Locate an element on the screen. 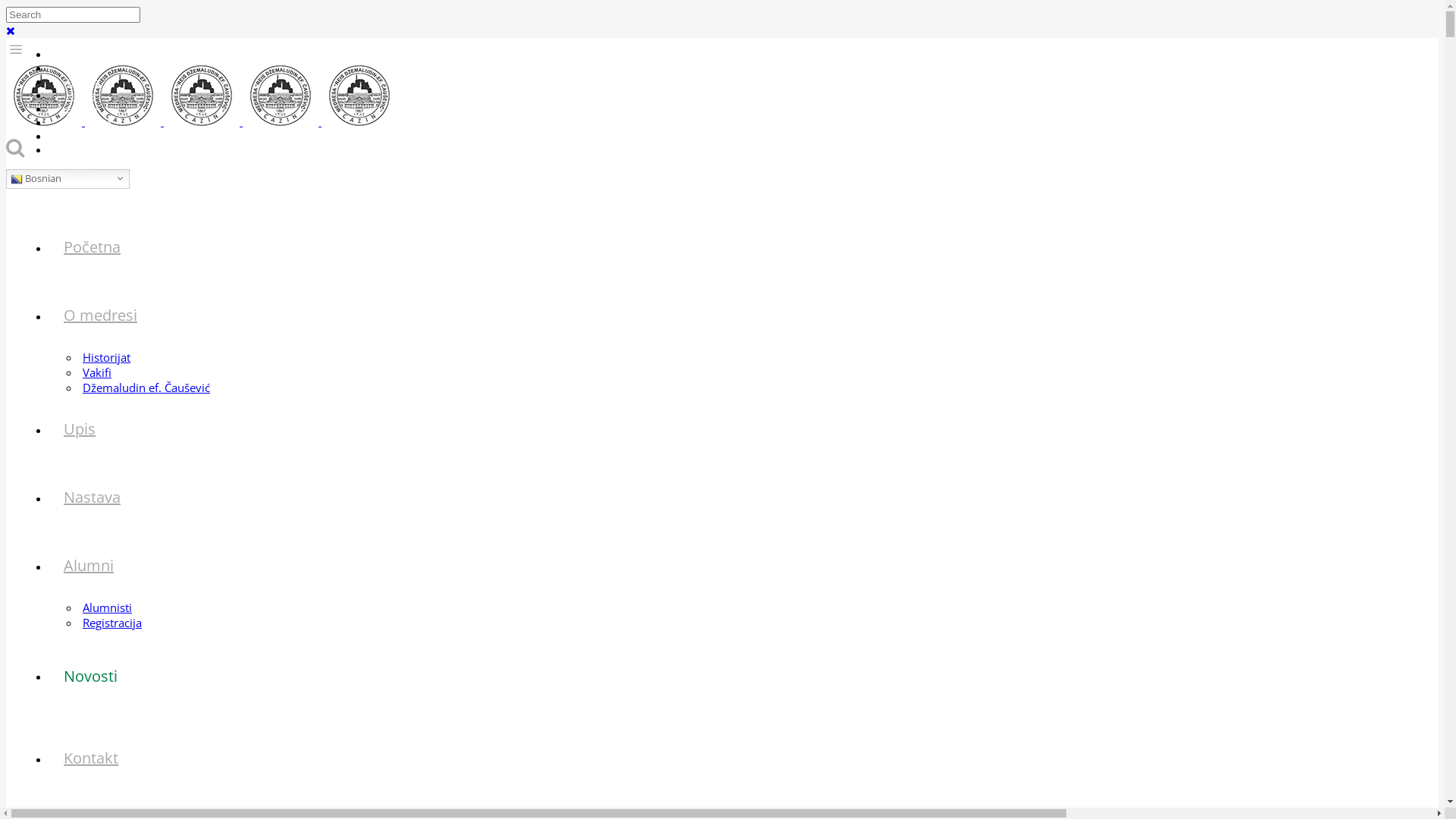 The height and width of the screenshot is (819, 1456). 'Bosnian' is located at coordinates (6, 177).